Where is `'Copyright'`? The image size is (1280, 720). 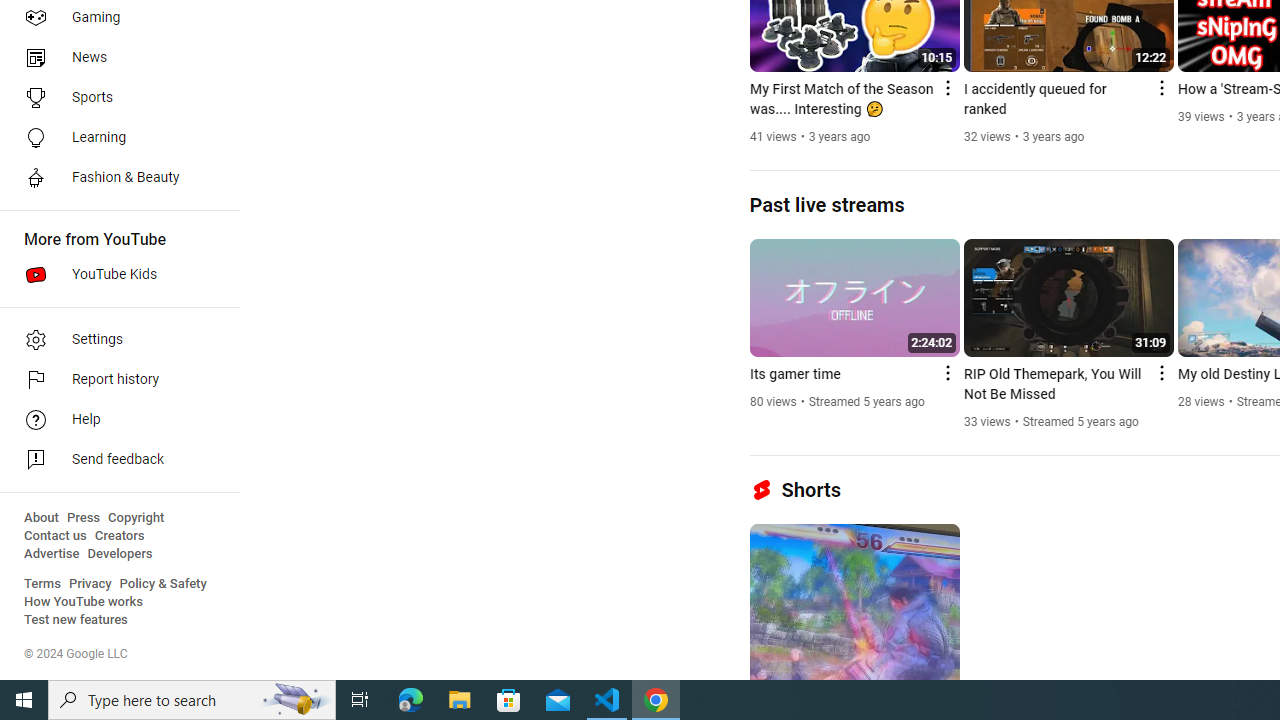
'Copyright' is located at coordinates (135, 517).